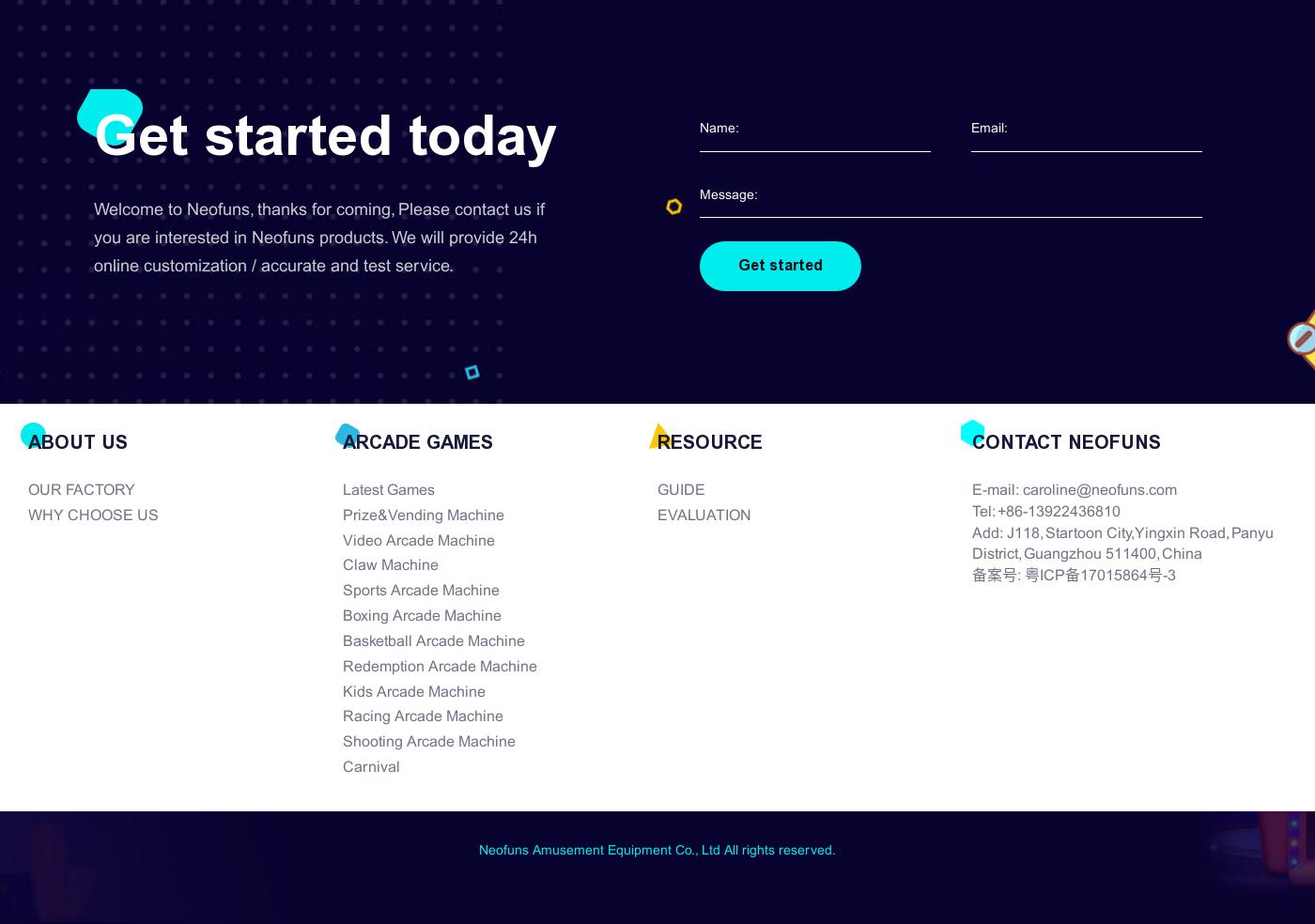  What do you see at coordinates (987, 531) in the screenshot?
I see `'Add:'` at bounding box center [987, 531].